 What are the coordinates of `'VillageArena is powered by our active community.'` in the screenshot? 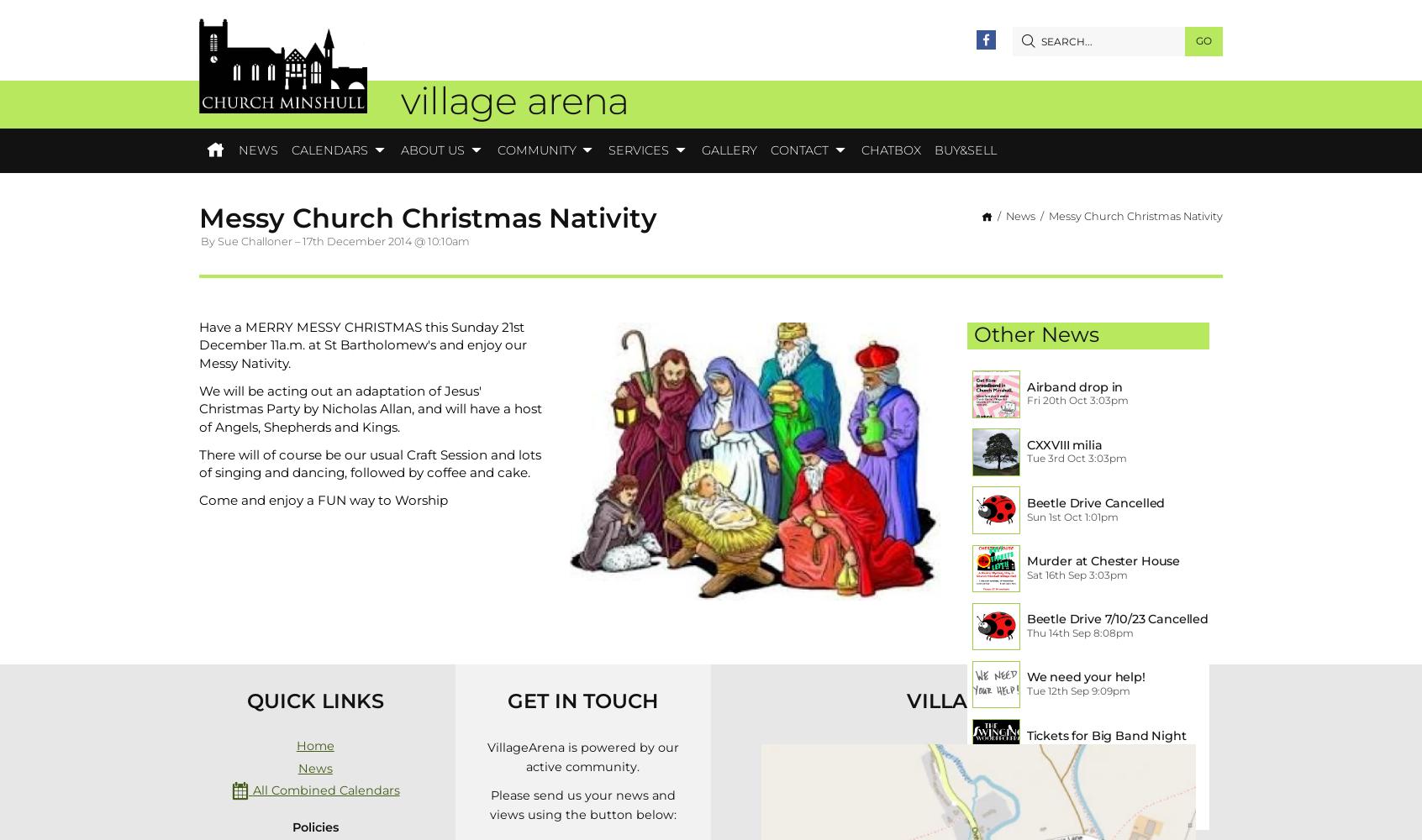 It's located at (582, 757).